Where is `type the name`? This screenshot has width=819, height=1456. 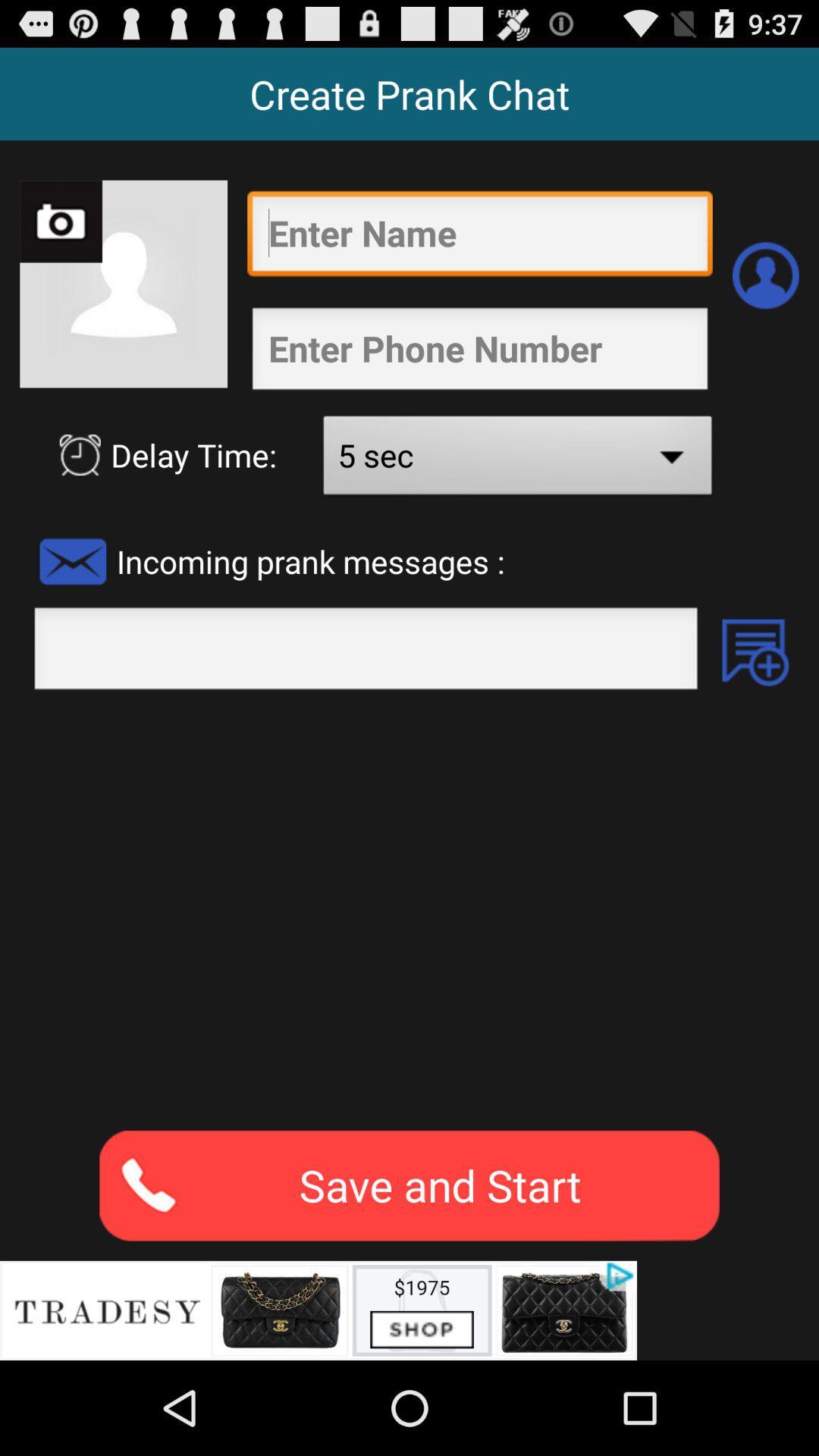
type the name is located at coordinates (479, 237).